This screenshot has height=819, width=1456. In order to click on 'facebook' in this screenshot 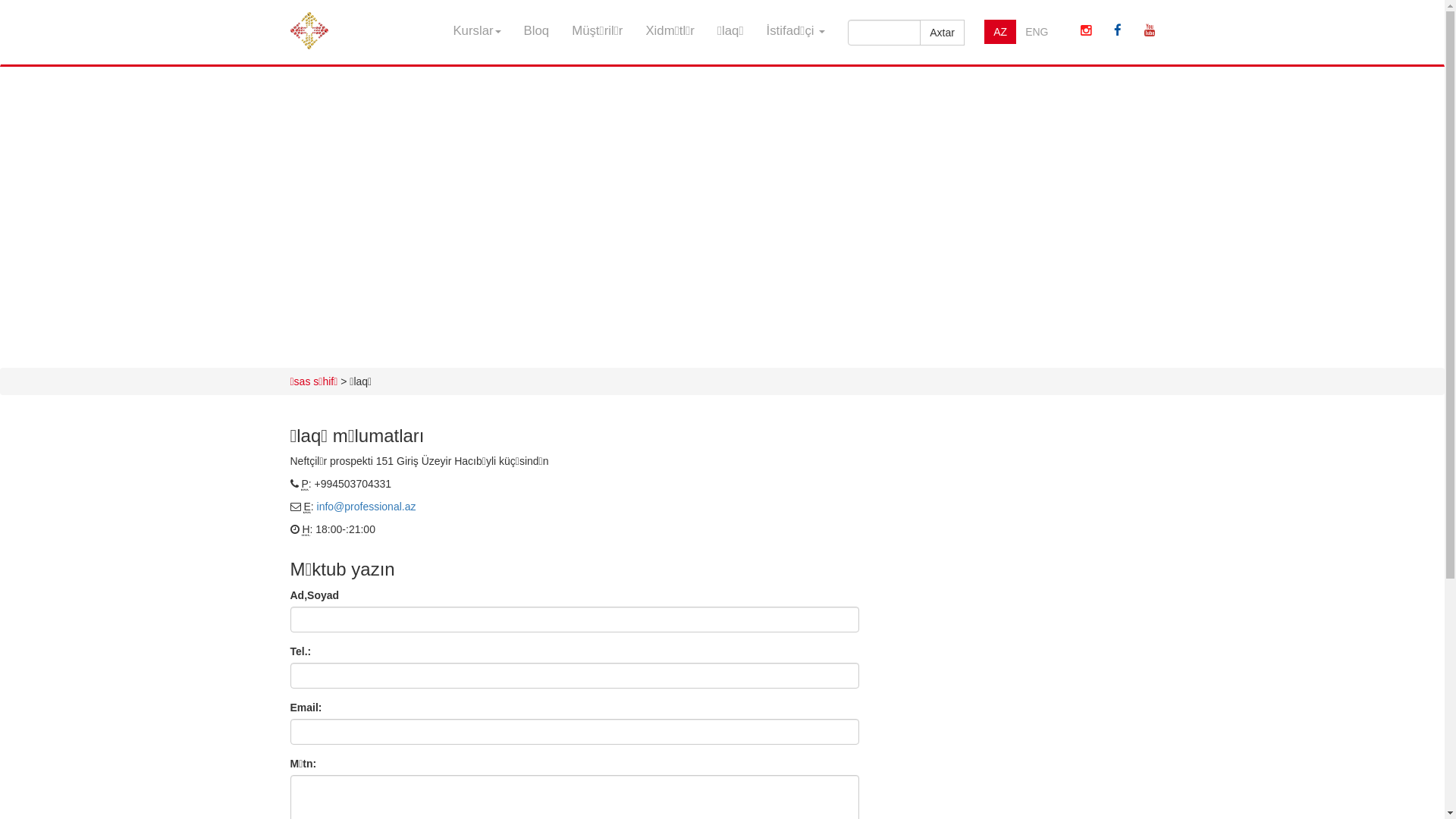, I will do `click(1117, 31)`.